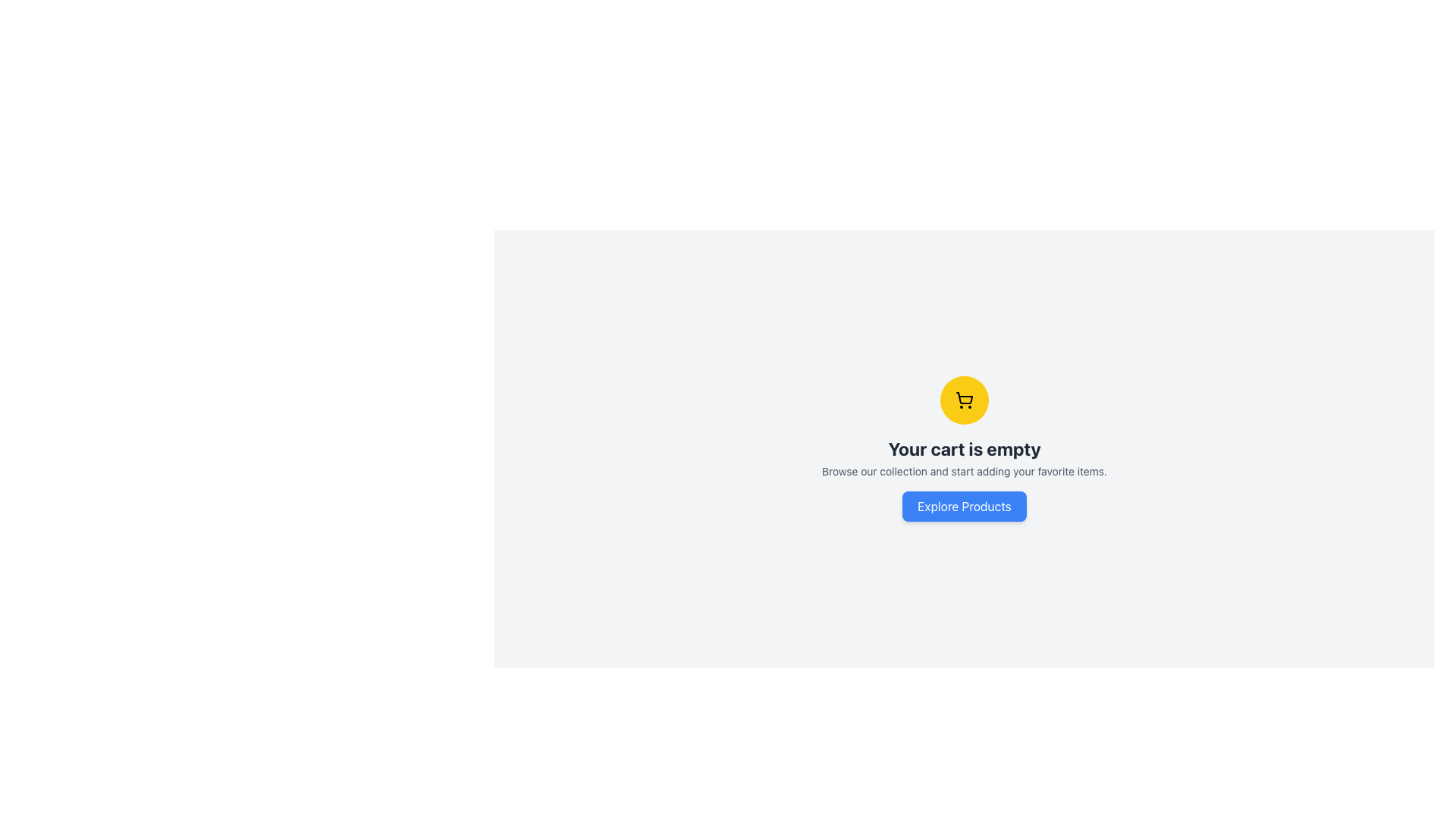  Describe the element at coordinates (964, 470) in the screenshot. I see `the static text displaying 'Browse our collection and start adding your favorite items.' which is located below the heading 'Your cart is empty' and above the blue button 'Explore Products'` at that location.